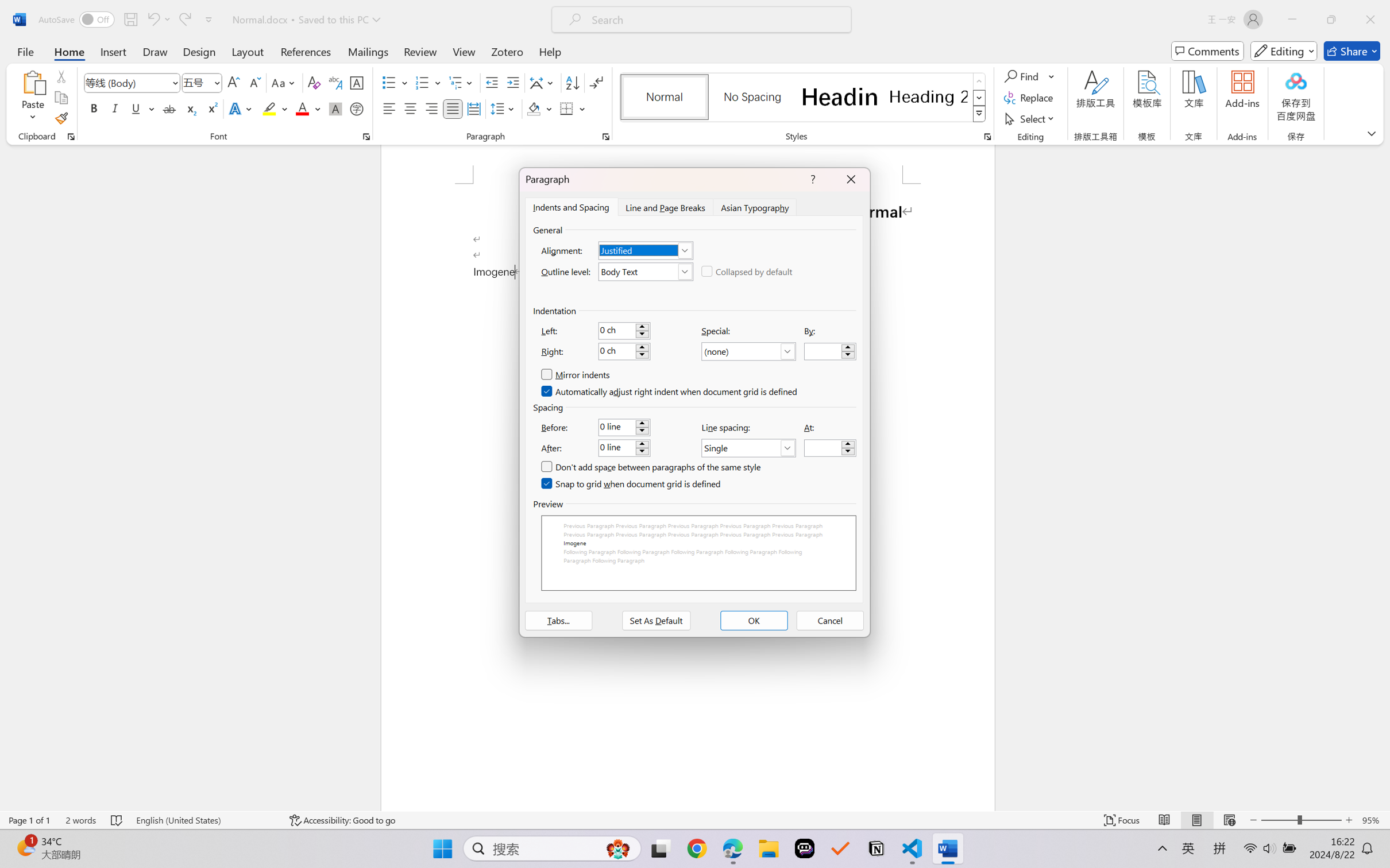 This screenshot has height=868, width=1390. What do you see at coordinates (928, 96) in the screenshot?
I see `'Heading 2'` at bounding box center [928, 96].